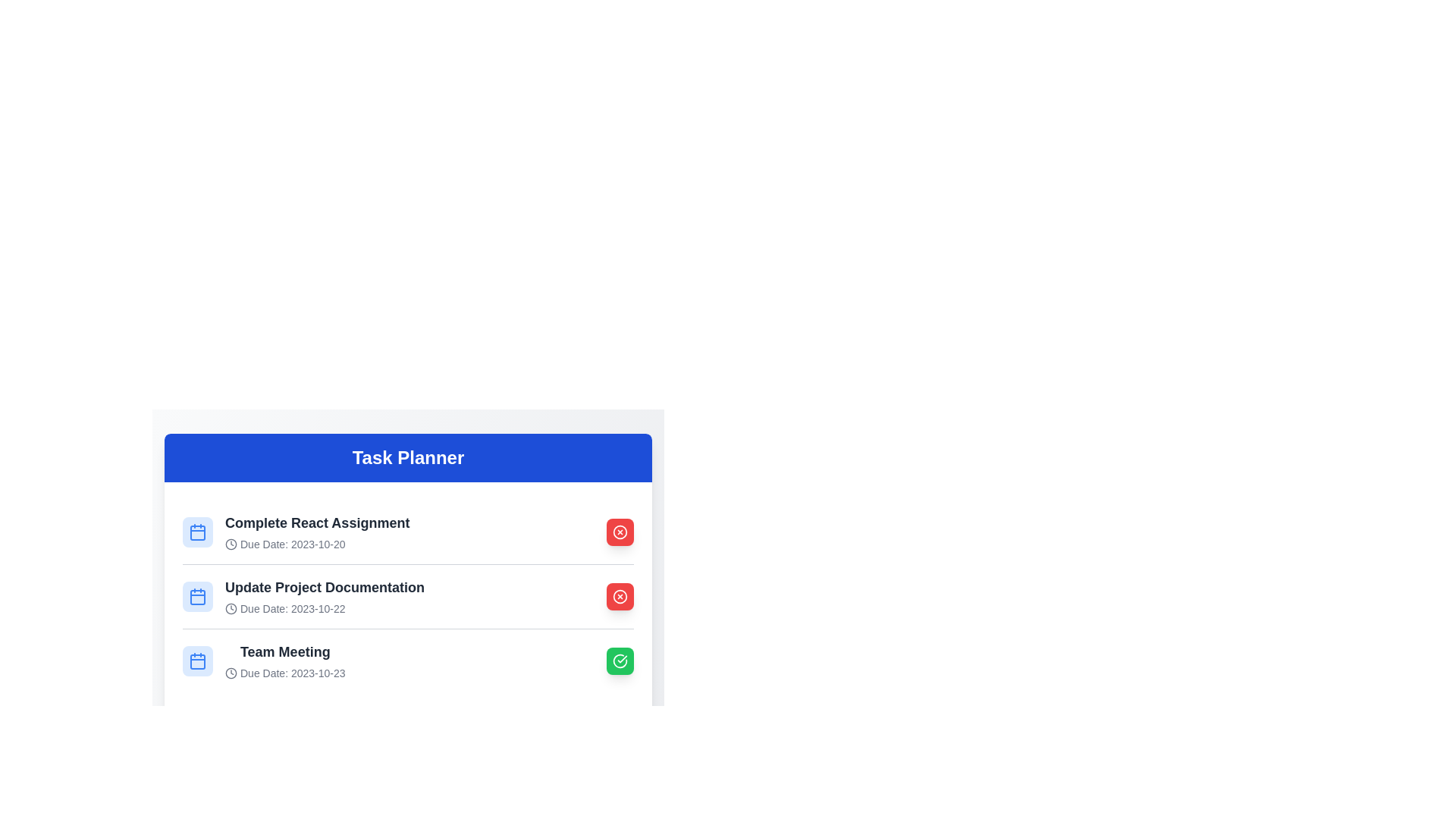  I want to click on informational text indicating the due date for the task 'Complete React Assignment', which is located below the task name in the task card under 'Task Planner', so click(316, 543).